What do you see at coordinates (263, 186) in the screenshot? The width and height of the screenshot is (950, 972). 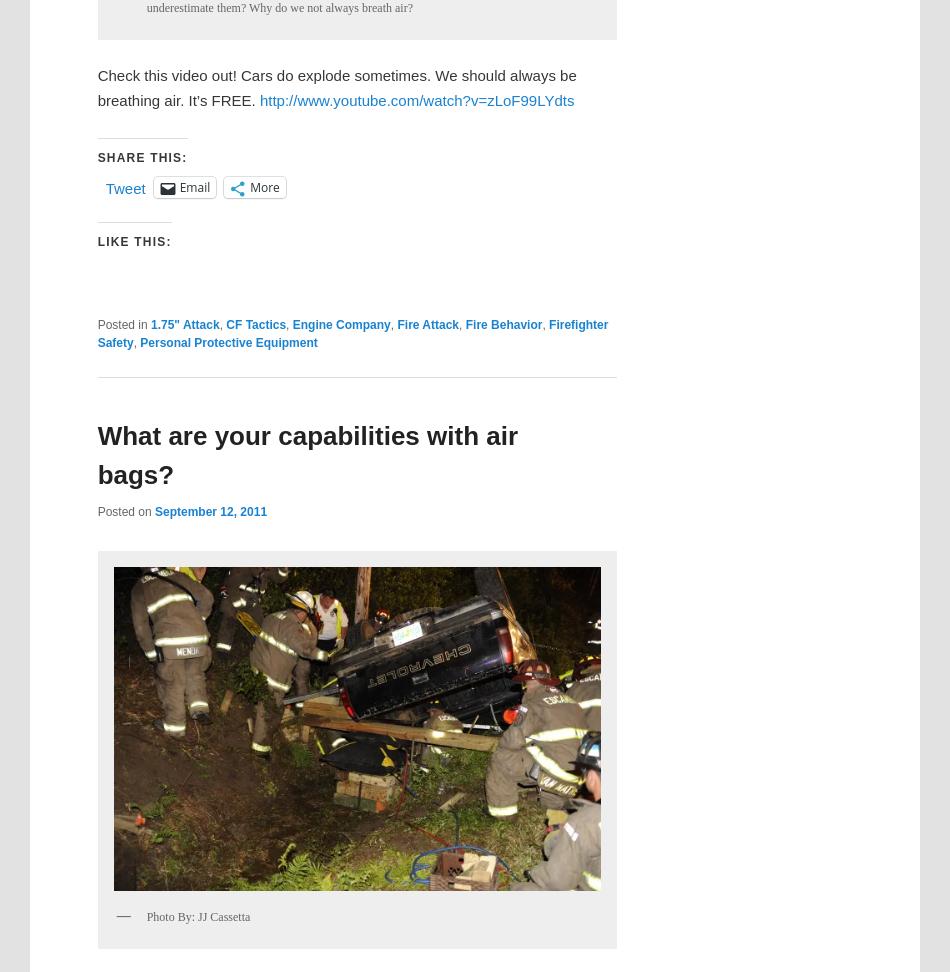 I see `'More'` at bounding box center [263, 186].